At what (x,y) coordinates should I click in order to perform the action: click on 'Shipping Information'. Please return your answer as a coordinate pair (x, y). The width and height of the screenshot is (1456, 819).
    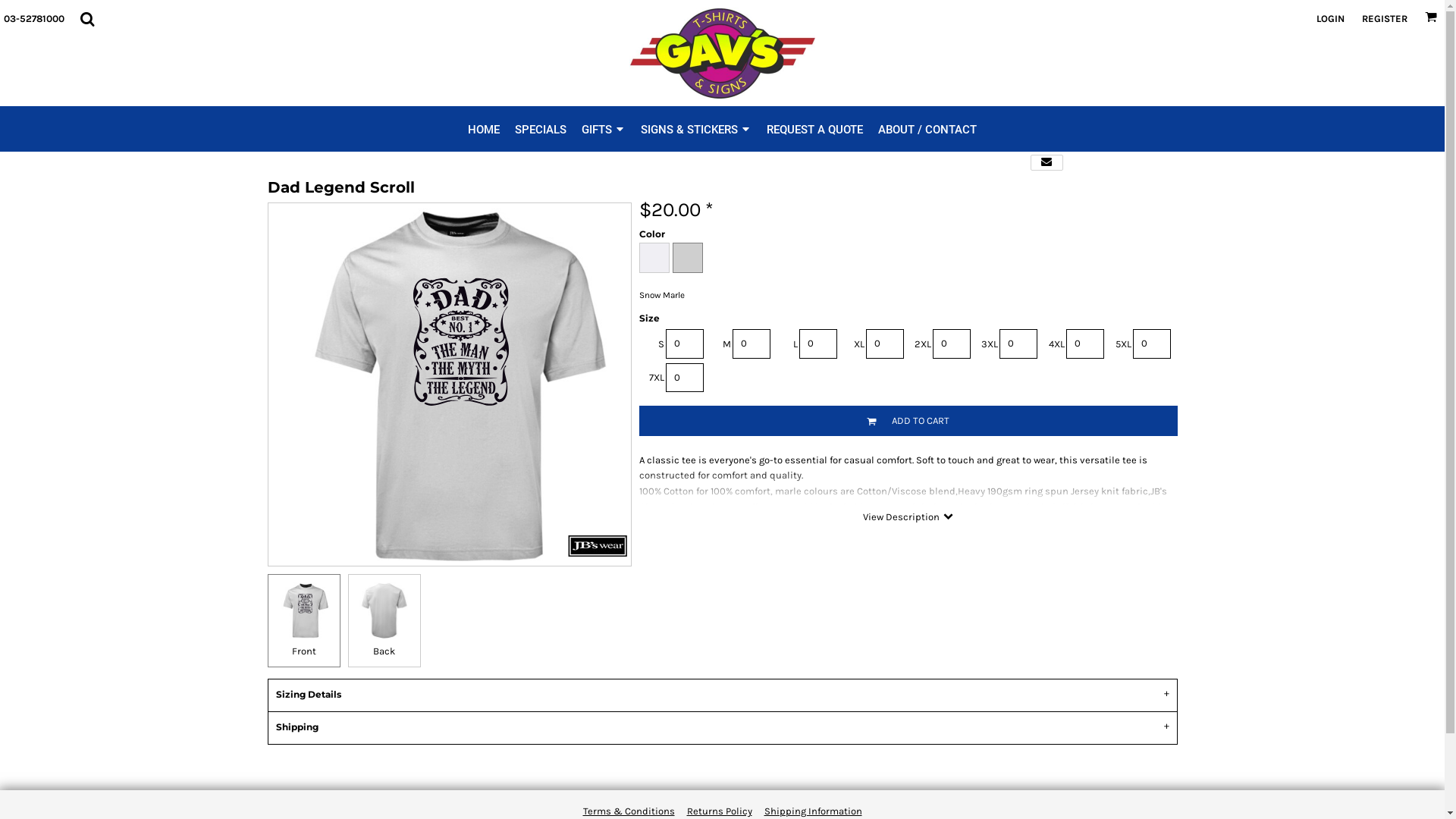
    Looking at the image, I should click on (812, 810).